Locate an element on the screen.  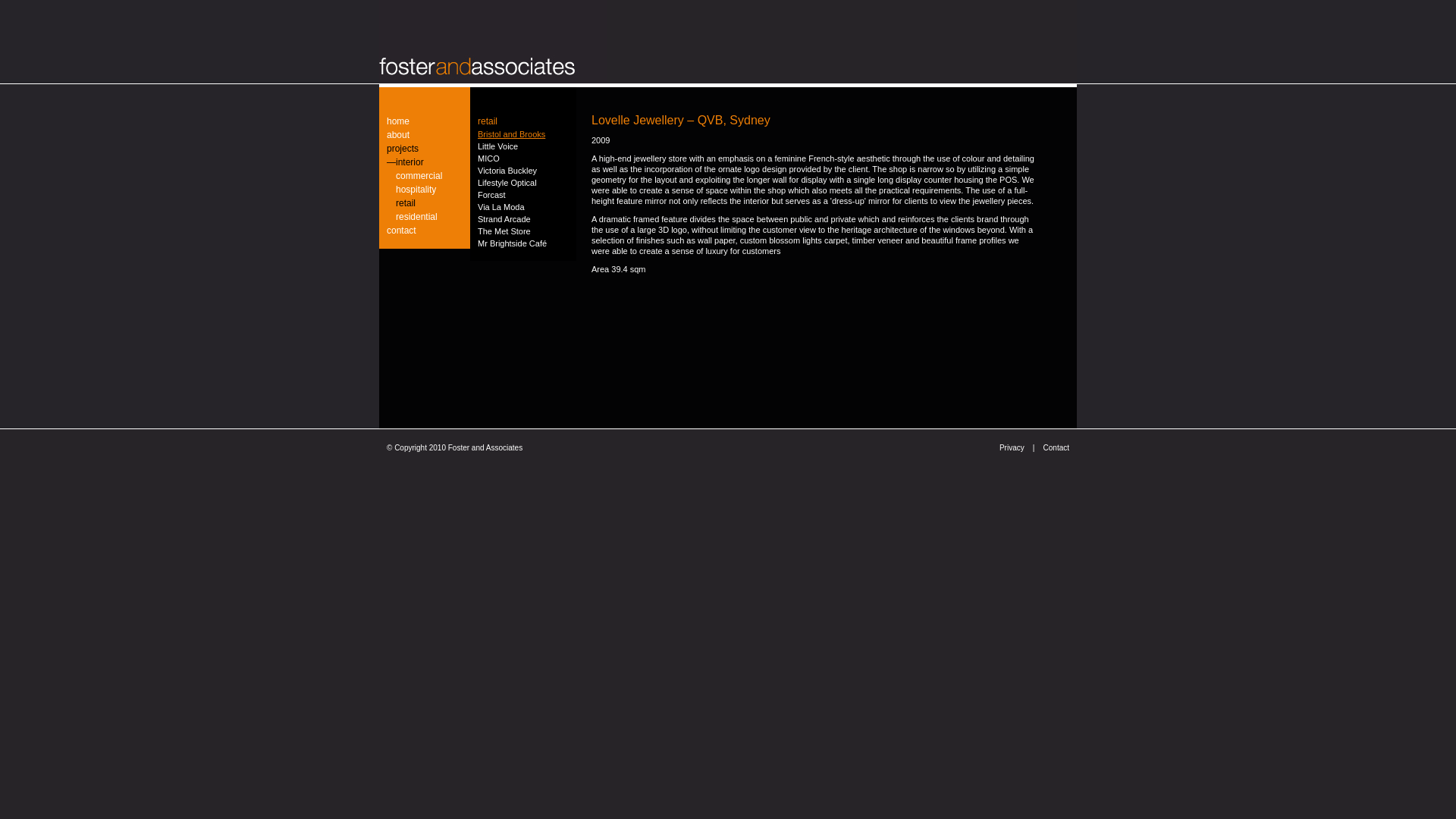
'MICO' is located at coordinates (523, 158).